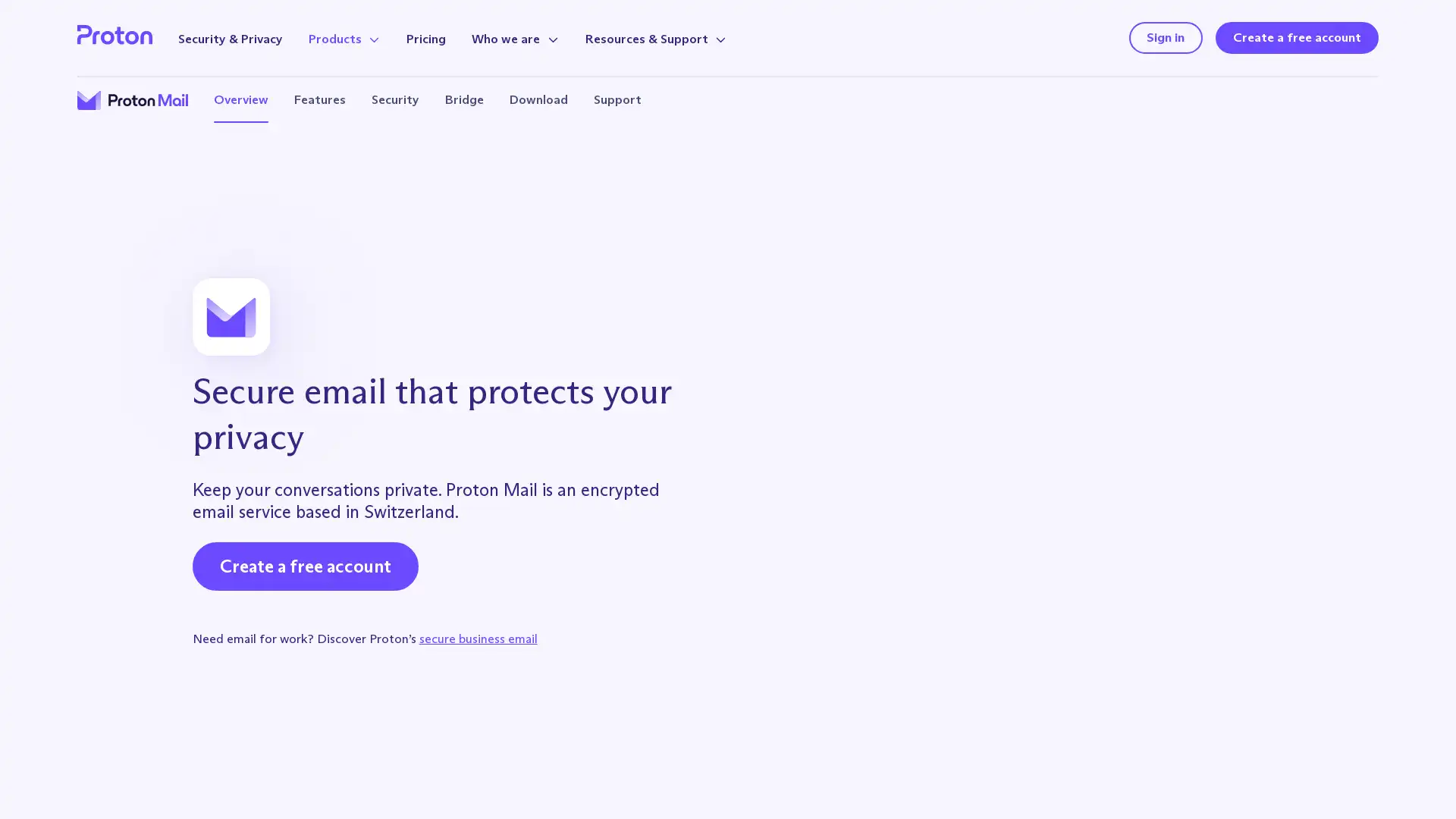 The image size is (1456, 819). Describe the element at coordinates (515, 38) in the screenshot. I see `Who we are` at that location.